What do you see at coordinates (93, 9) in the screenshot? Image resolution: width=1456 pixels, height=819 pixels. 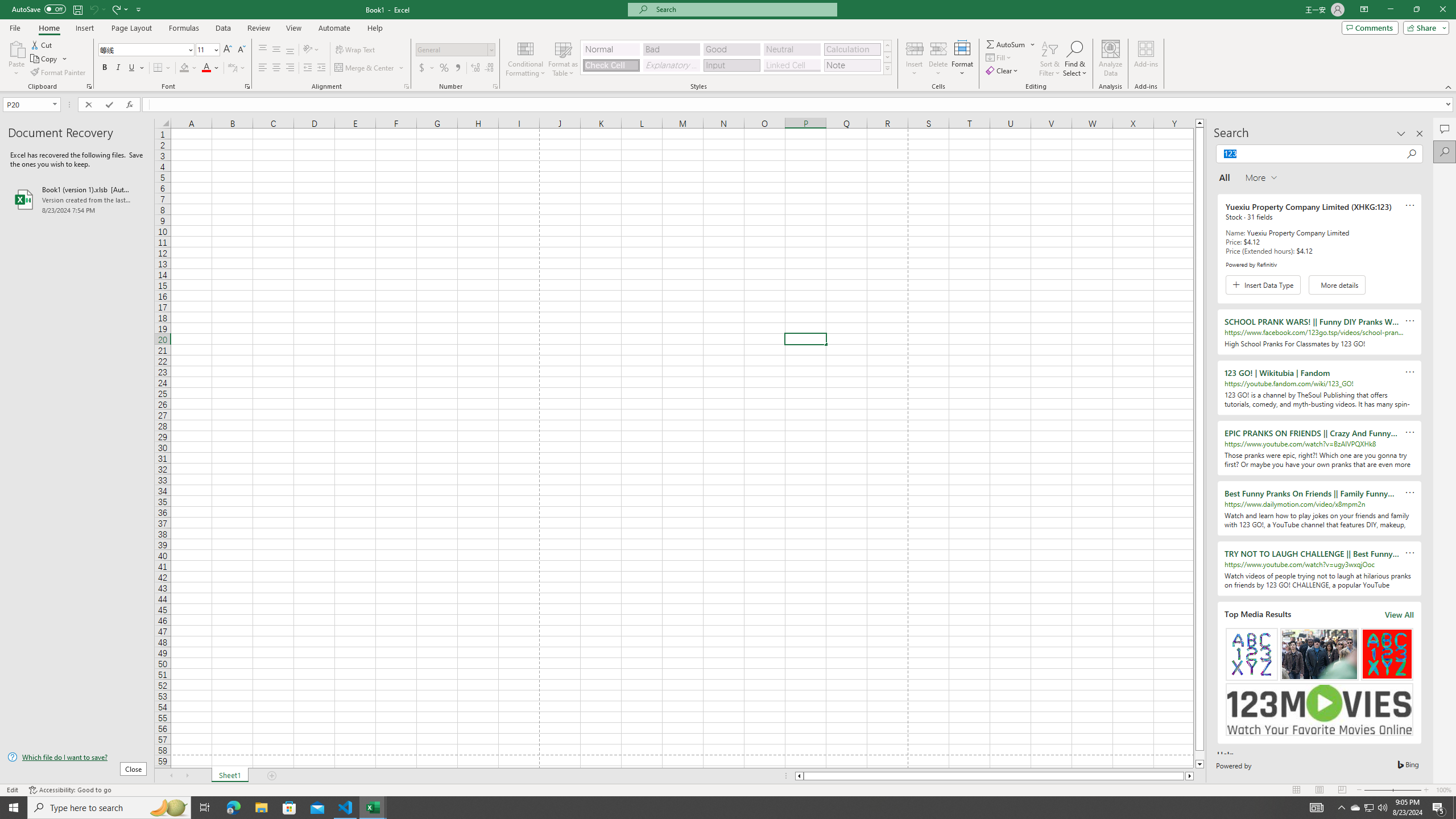 I see `'Undo'` at bounding box center [93, 9].